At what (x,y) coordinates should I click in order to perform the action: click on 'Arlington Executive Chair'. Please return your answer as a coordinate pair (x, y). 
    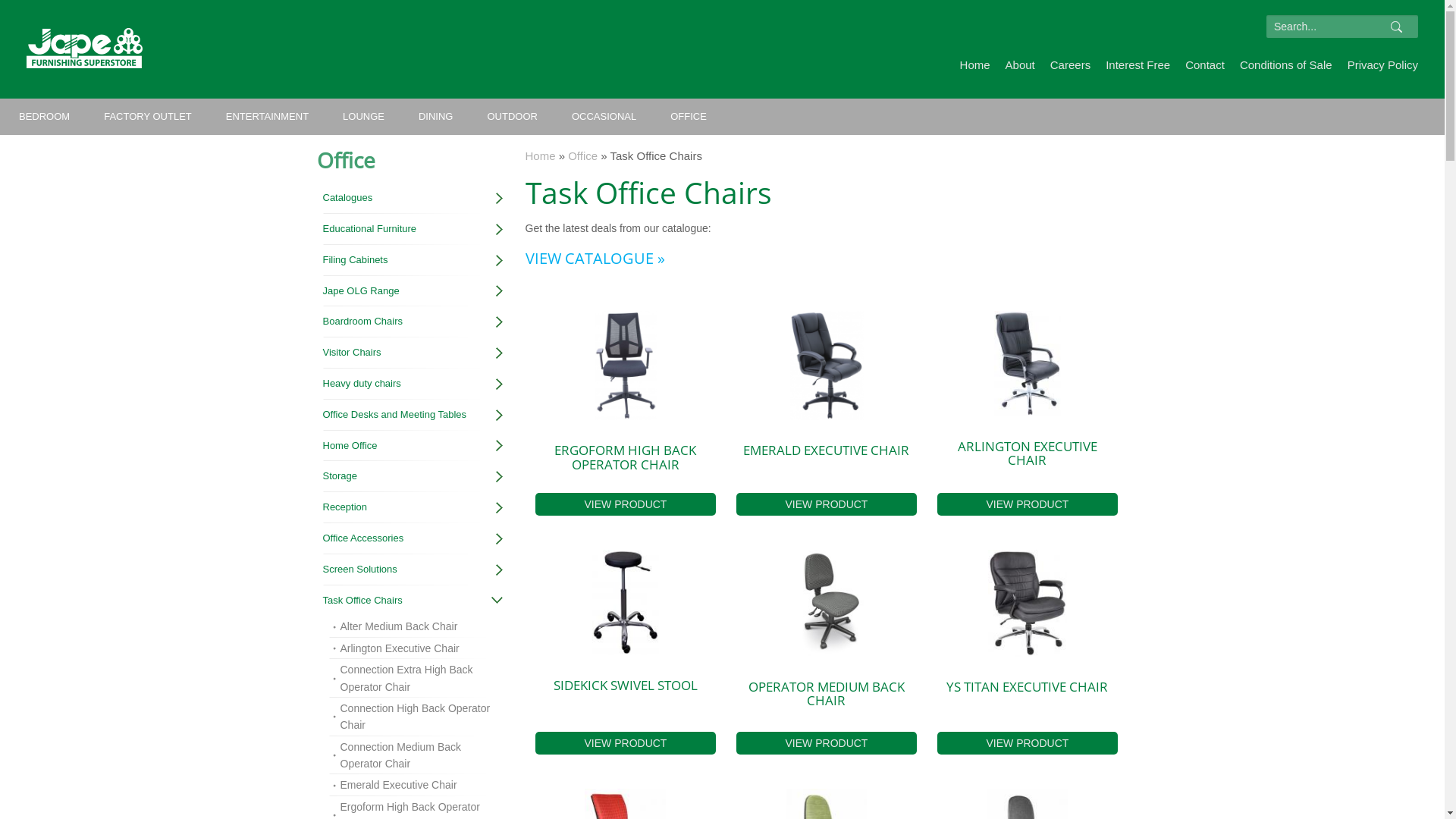
    Looking at the image, I should click on (417, 648).